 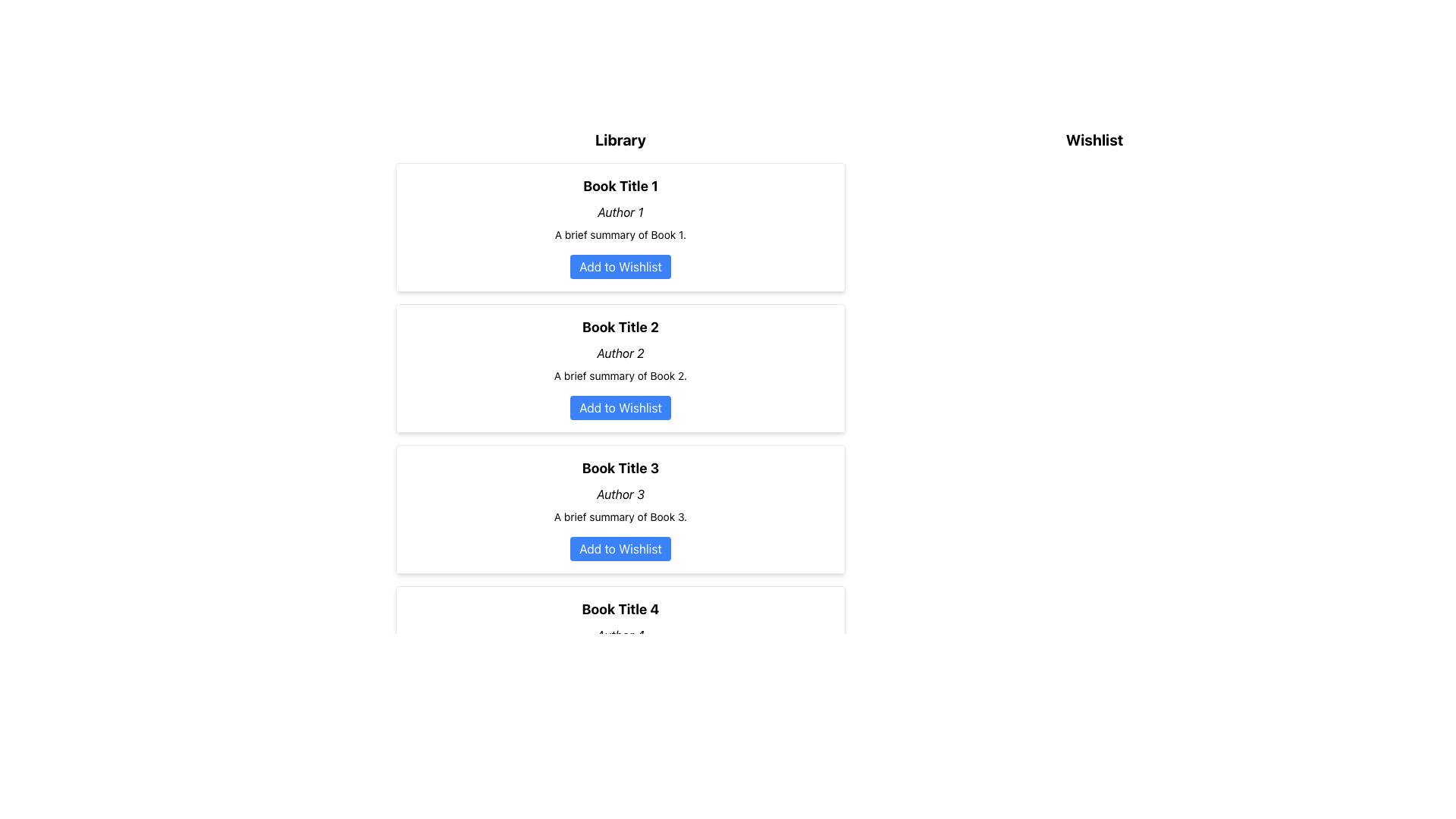 What do you see at coordinates (620, 140) in the screenshot?
I see `the prominent 'Library' text element which is styled in bold and large size, located at the top of the content section` at bounding box center [620, 140].